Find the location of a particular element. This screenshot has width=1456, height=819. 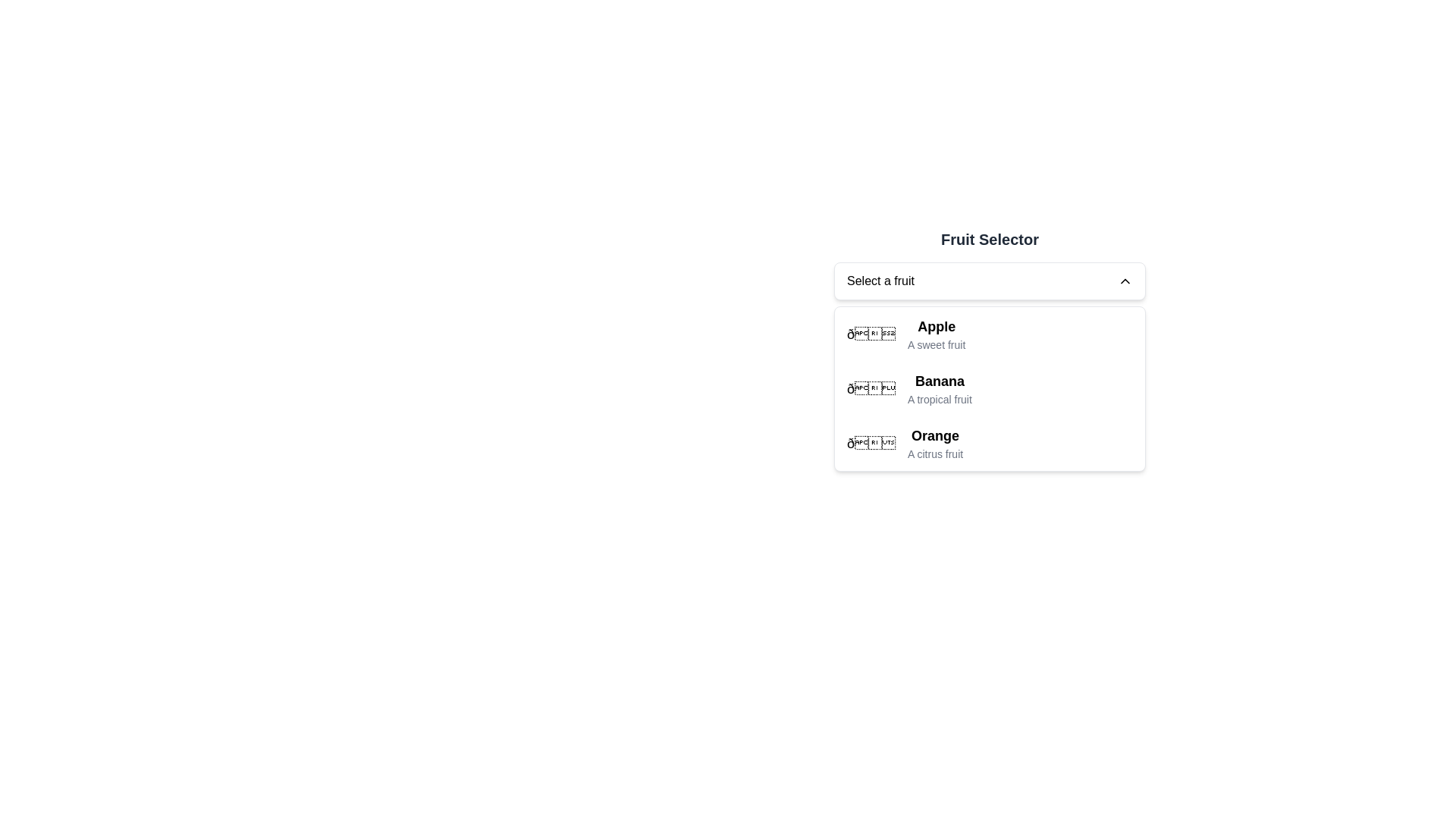

the bold text label 'Orange' in the dropdown menu under 'Fruit Selector', which is positioned between 'Banana' and descriptive text is located at coordinates (934, 435).